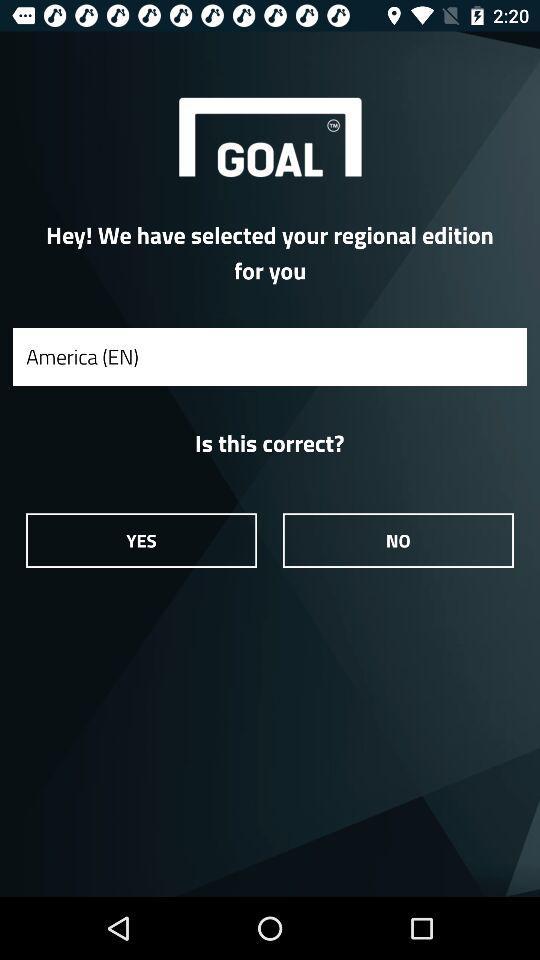 This screenshot has width=540, height=960. What do you see at coordinates (398, 539) in the screenshot?
I see `icon next to the yes item` at bounding box center [398, 539].